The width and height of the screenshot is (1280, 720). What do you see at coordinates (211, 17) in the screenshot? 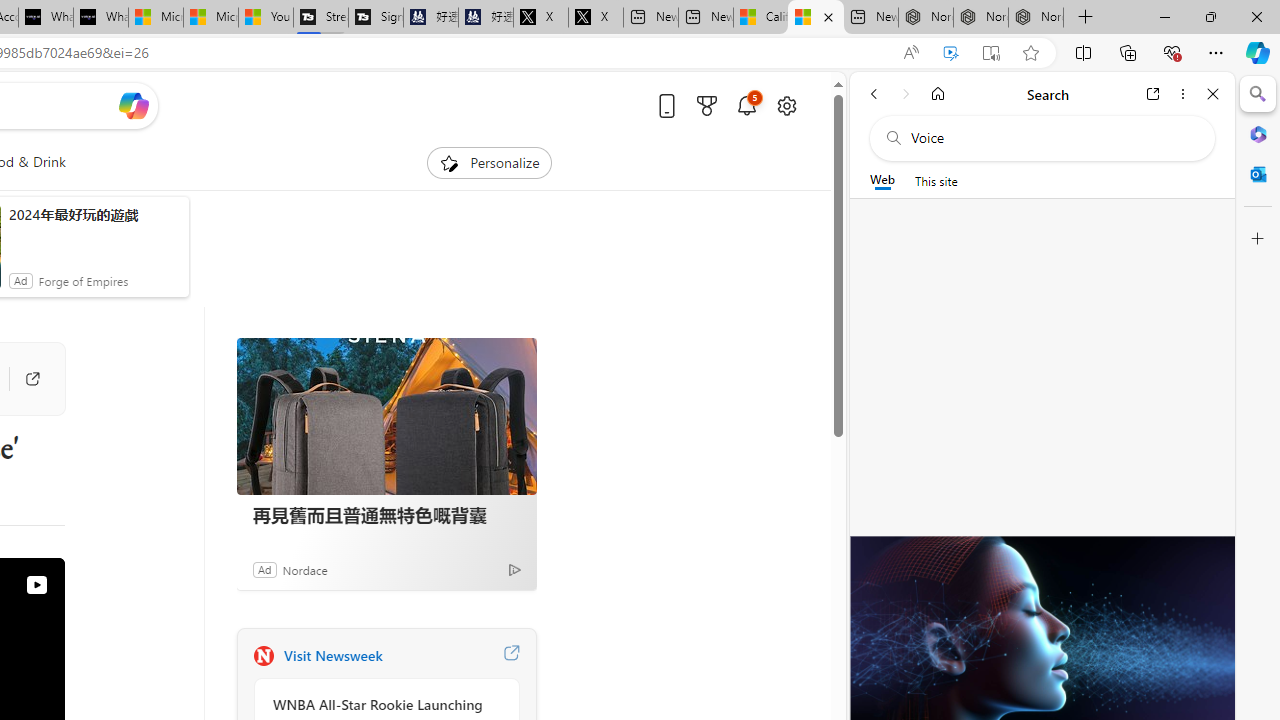
I see `'Microsoft Start'` at bounding box center [211, 17].